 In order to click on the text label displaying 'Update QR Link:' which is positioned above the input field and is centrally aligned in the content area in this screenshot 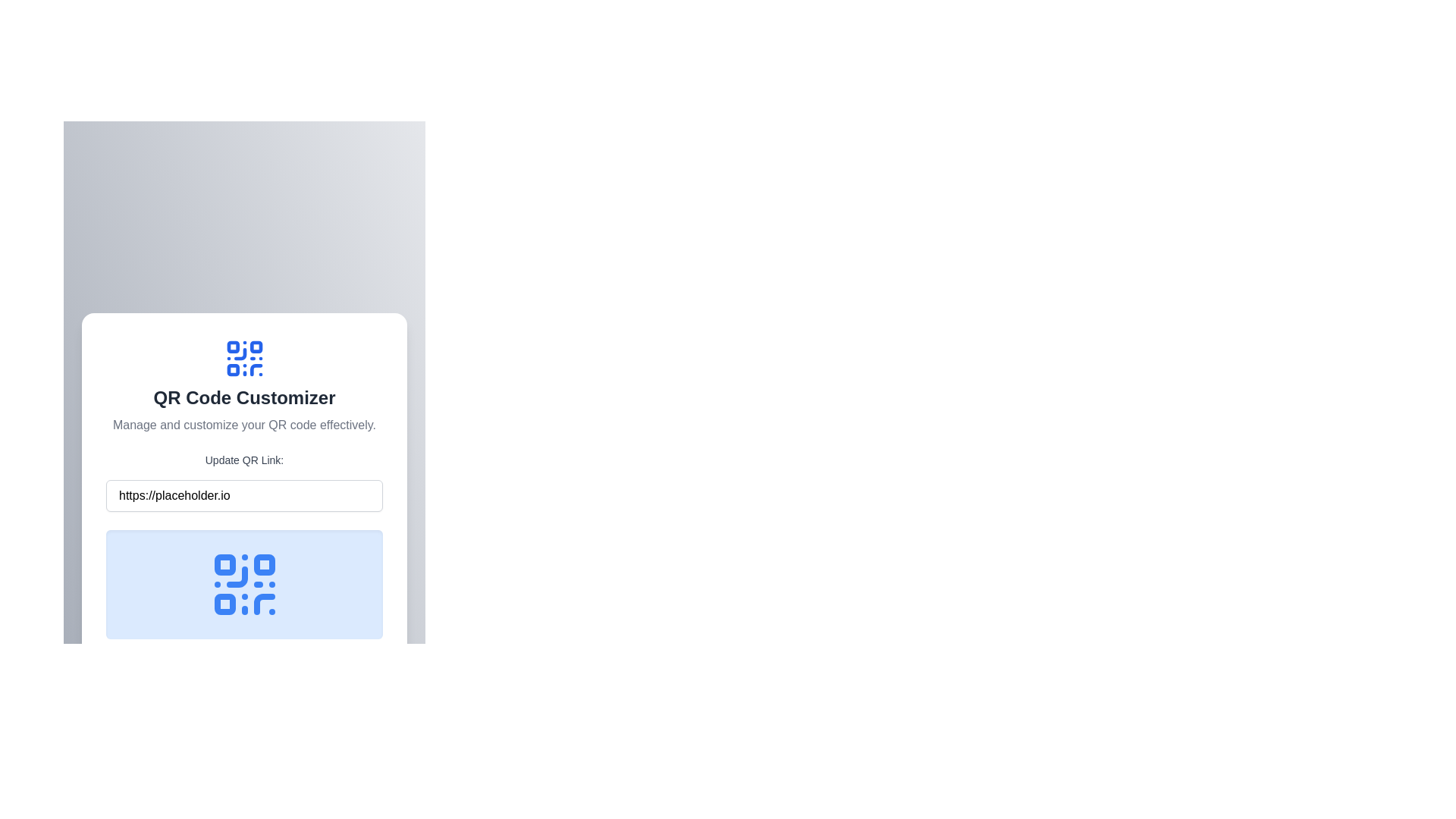, I will do `click(244, 459)`.